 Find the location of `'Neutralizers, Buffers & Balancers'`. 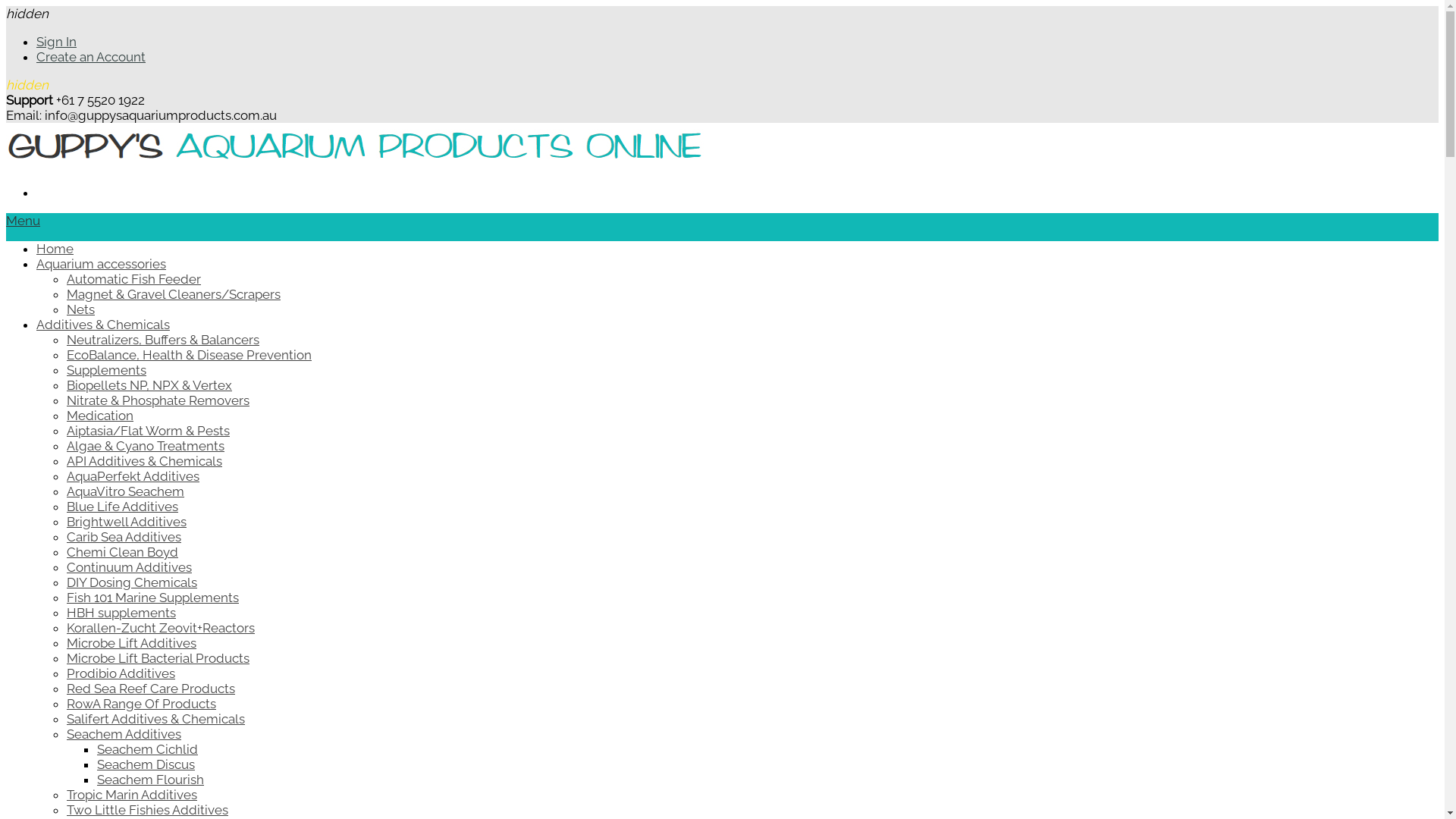

'Neutralizers, Buffers & Balancers' is located at coordinates (163, 338).